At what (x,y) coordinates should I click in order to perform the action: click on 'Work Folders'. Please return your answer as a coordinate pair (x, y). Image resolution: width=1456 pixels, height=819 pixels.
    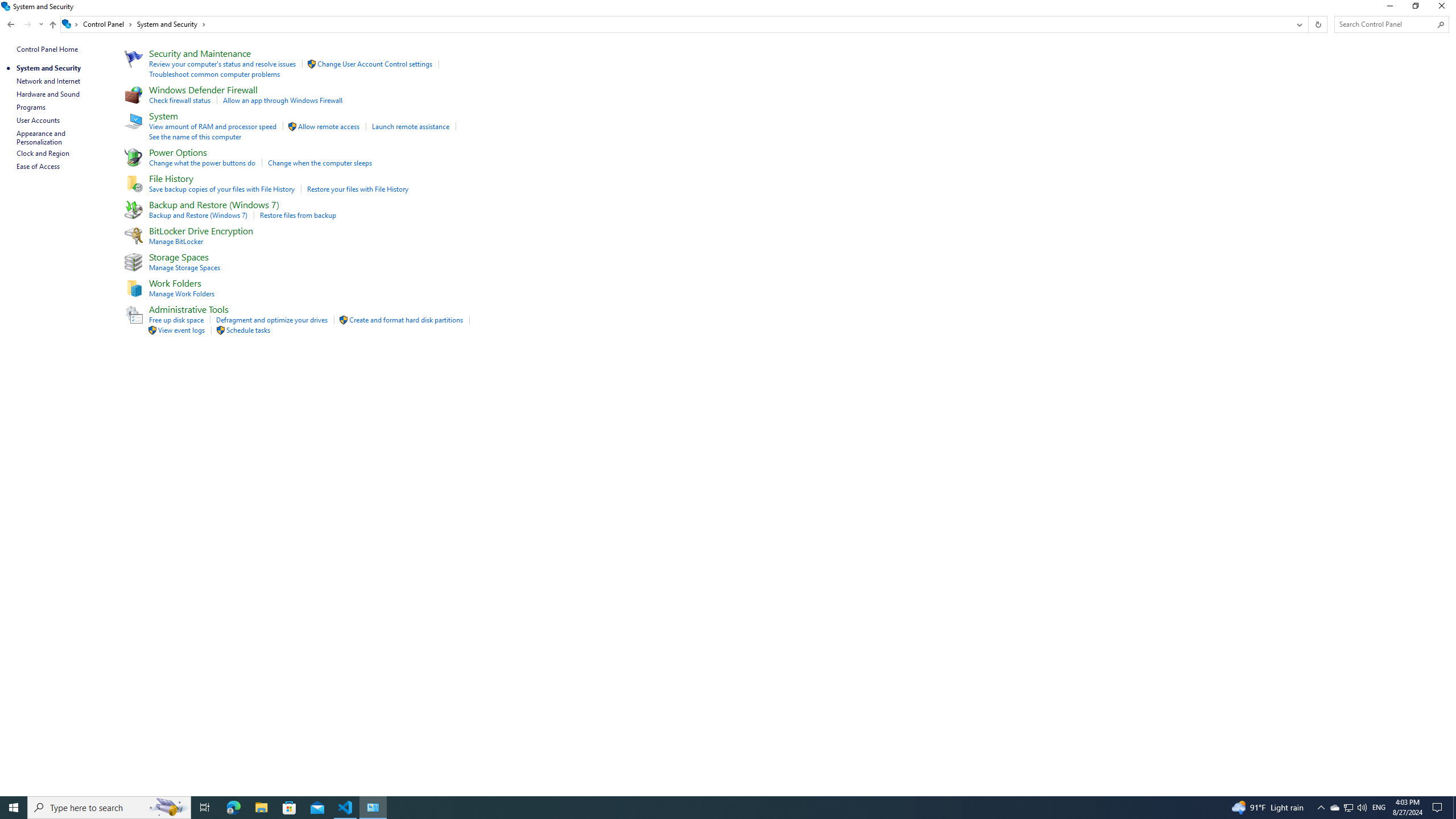
    Looking at the image, I should click on (175, 283).